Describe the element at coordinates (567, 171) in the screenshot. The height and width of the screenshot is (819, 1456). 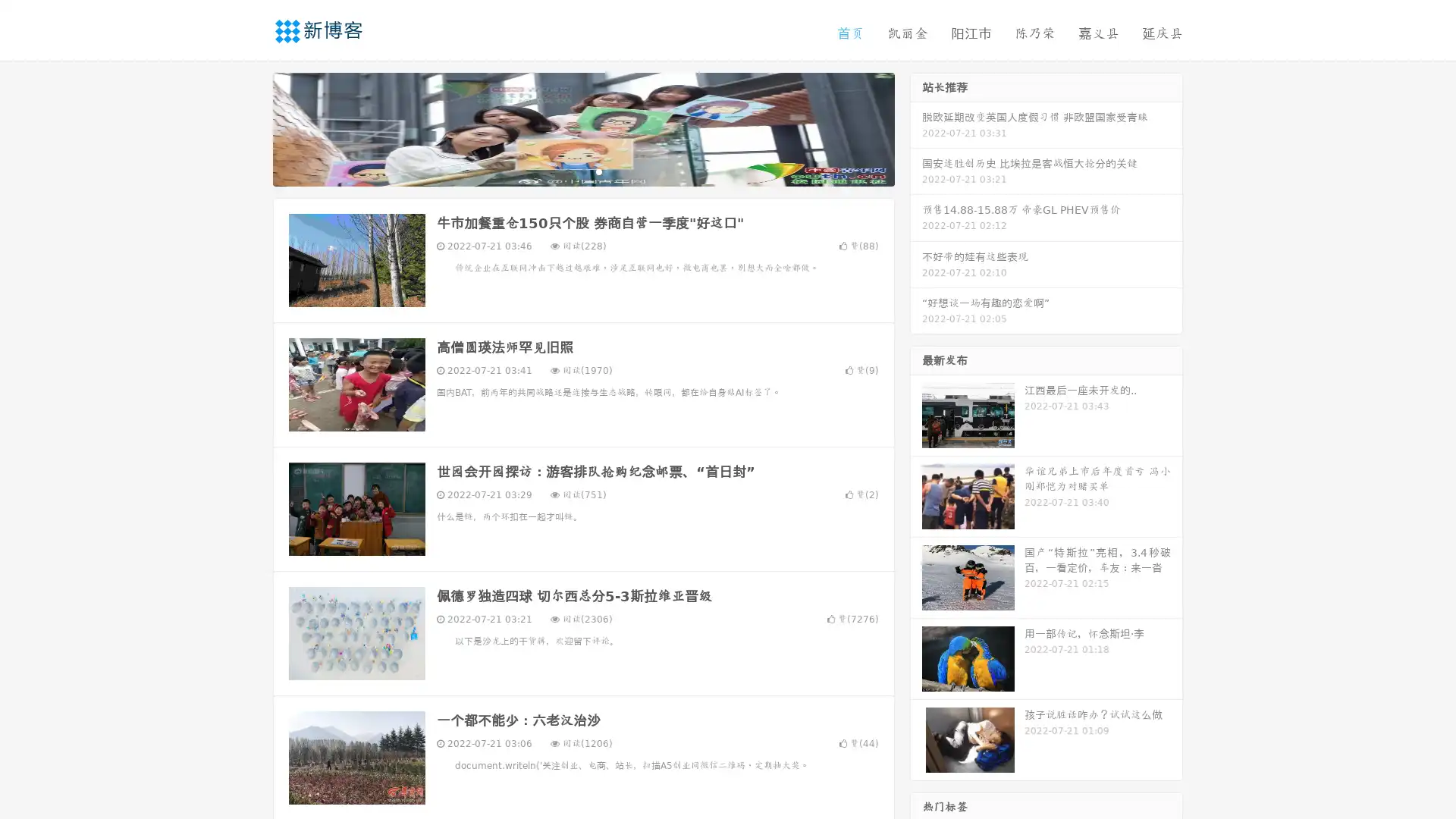
I see `Go to slide 1` at that location.